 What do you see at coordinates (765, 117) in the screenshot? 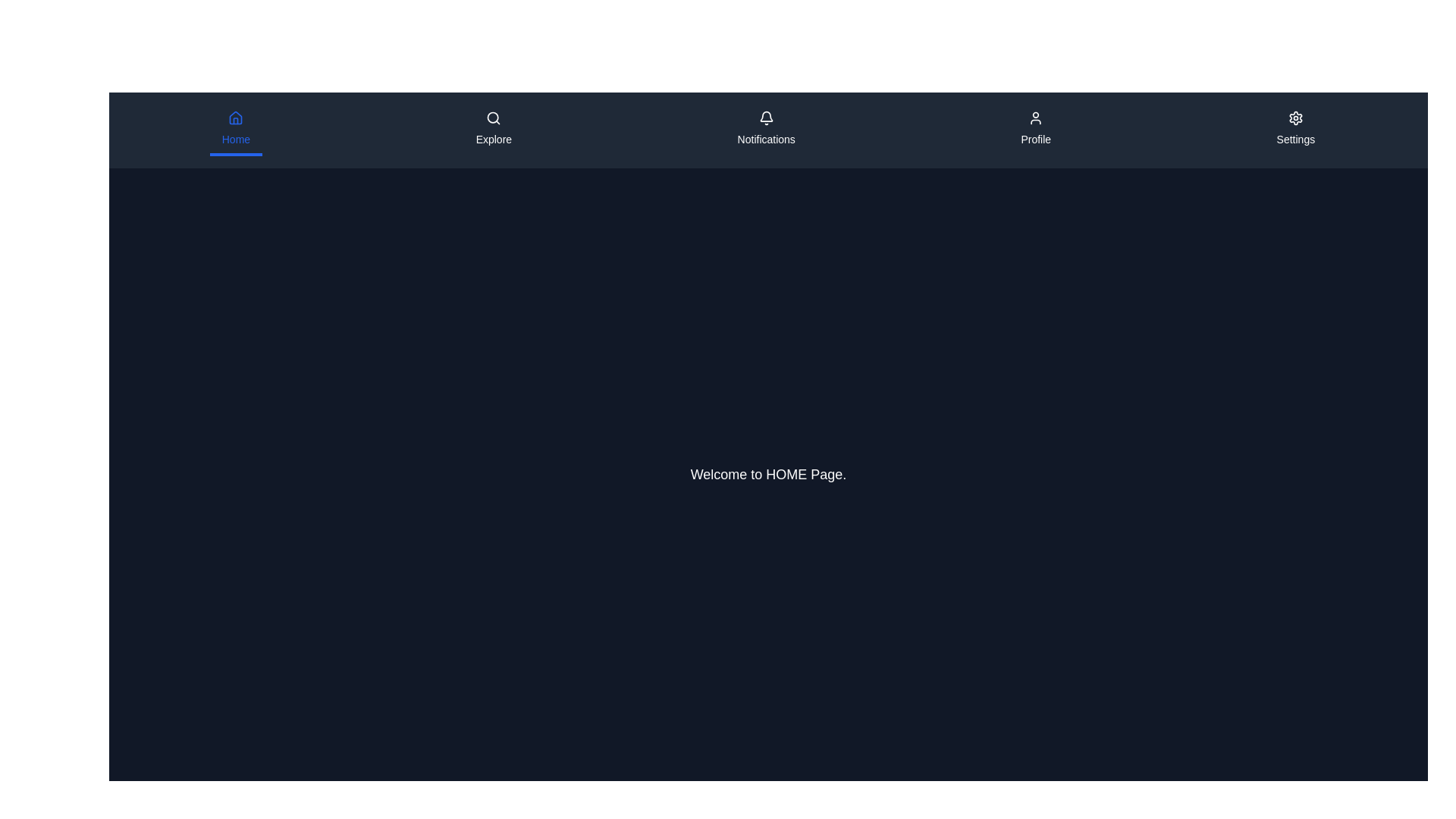
I see `the bell-shaped notification icon` at bounding box center [765, 117].